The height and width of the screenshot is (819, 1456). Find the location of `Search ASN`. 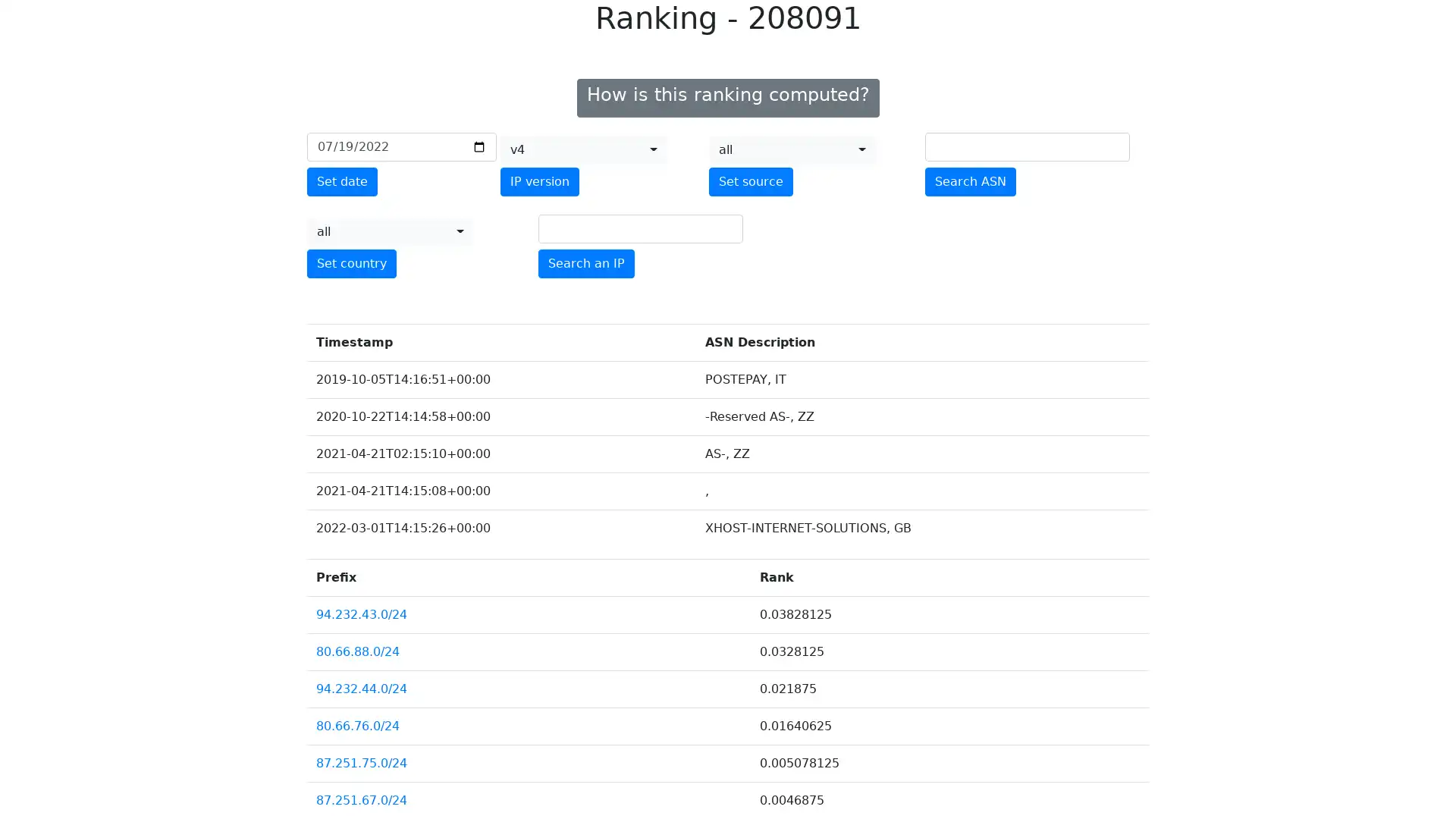

Search ASN is located at coordinates (971, 180).